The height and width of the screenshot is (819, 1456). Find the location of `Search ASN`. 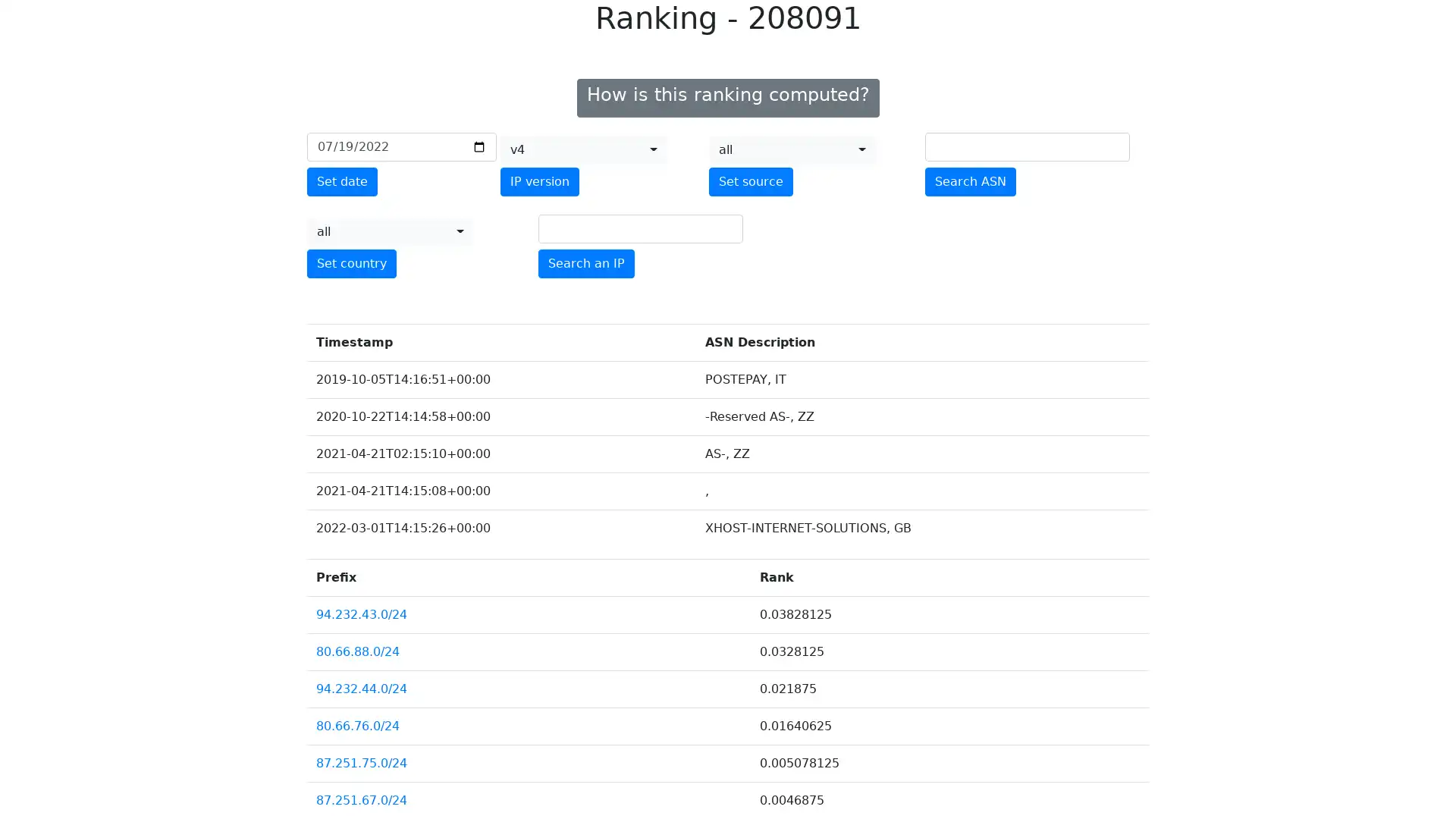

Search ASN is located at coordinates (971, 180).